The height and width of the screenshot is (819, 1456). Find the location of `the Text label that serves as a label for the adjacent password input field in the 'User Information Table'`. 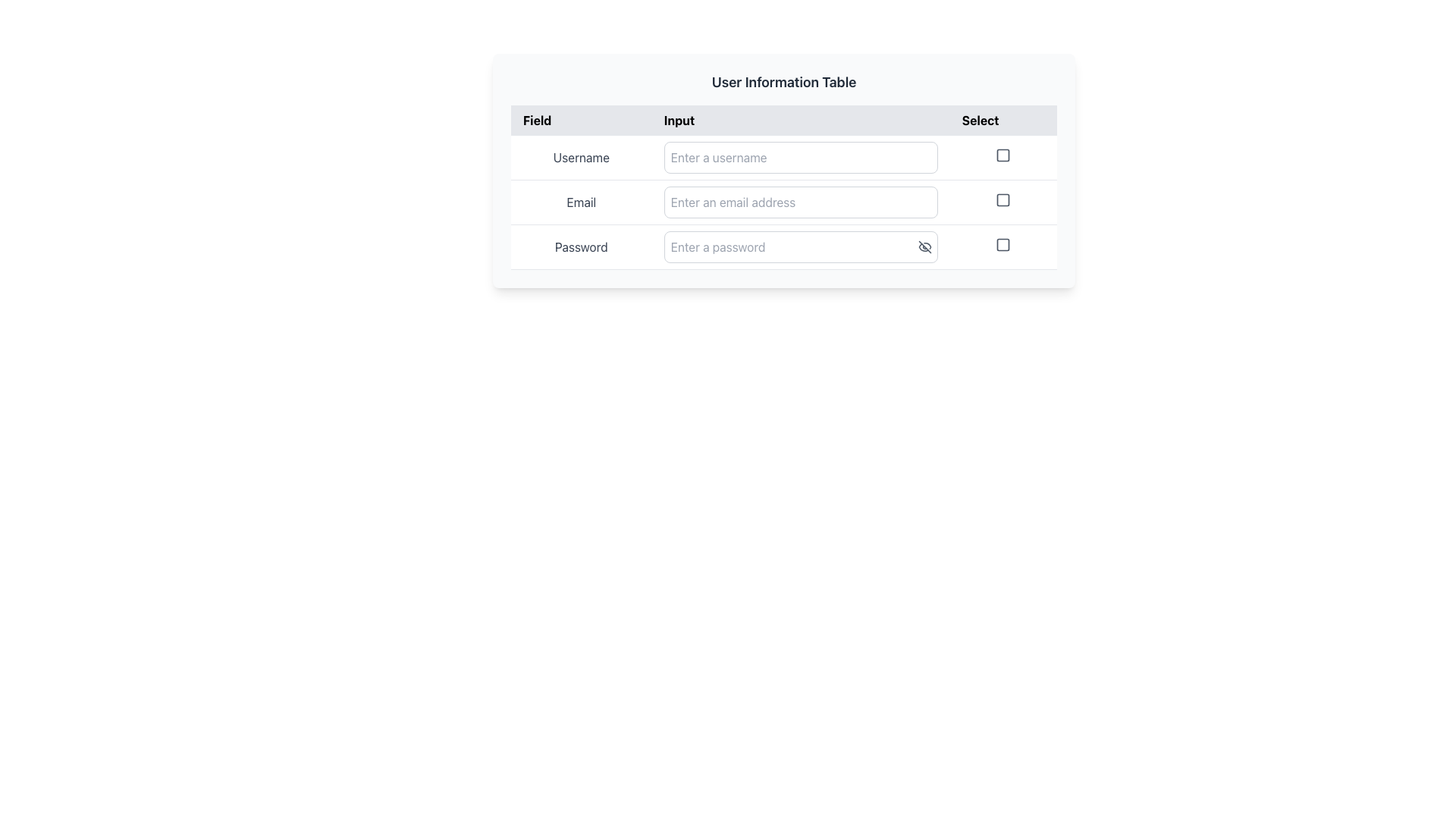

the Text label that serves as a label for the adjacent password input field in the 'User Information Table' is located at coordinates (580, 246).